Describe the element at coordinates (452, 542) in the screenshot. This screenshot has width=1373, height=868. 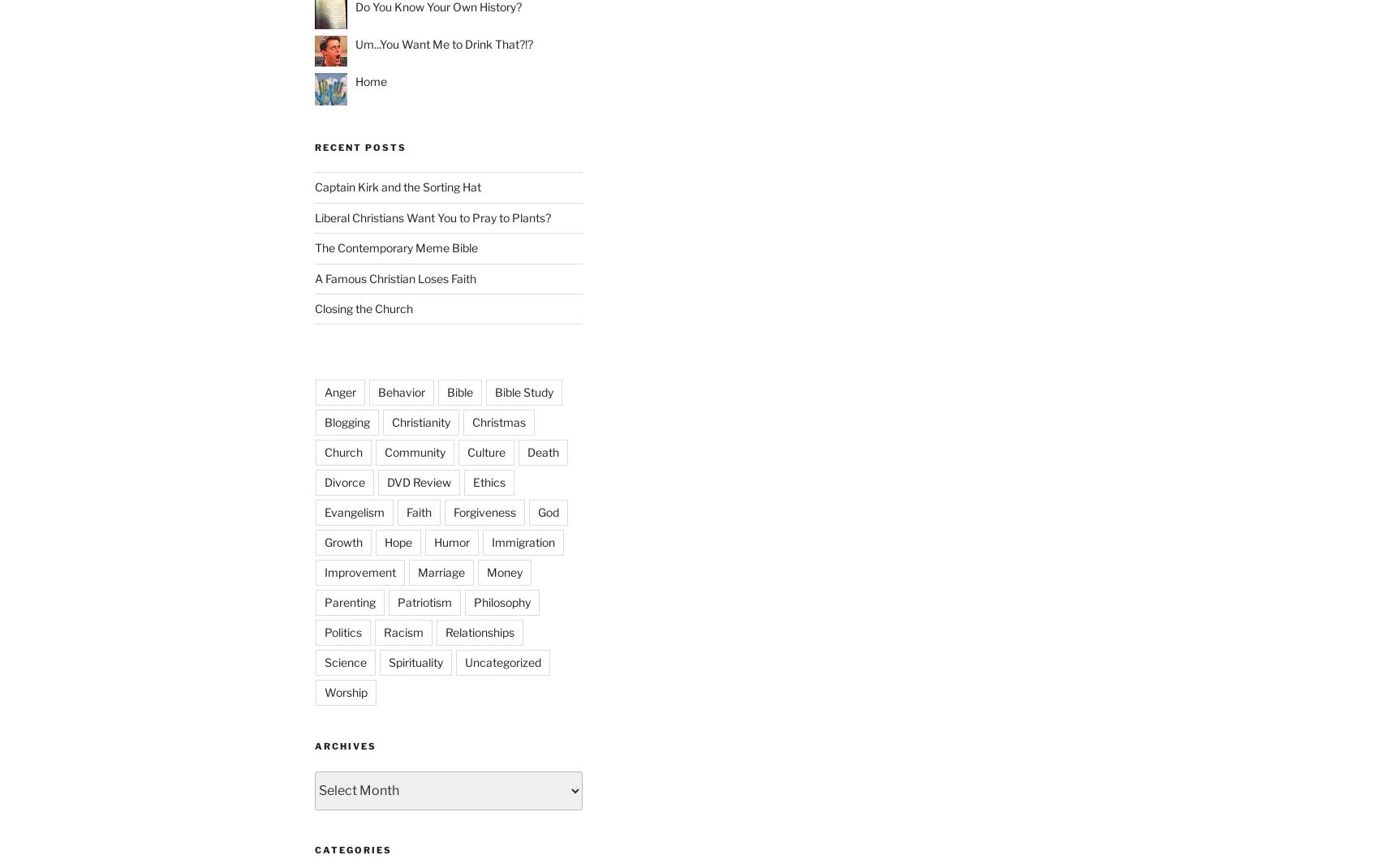
I see `'Humor'` at that location.